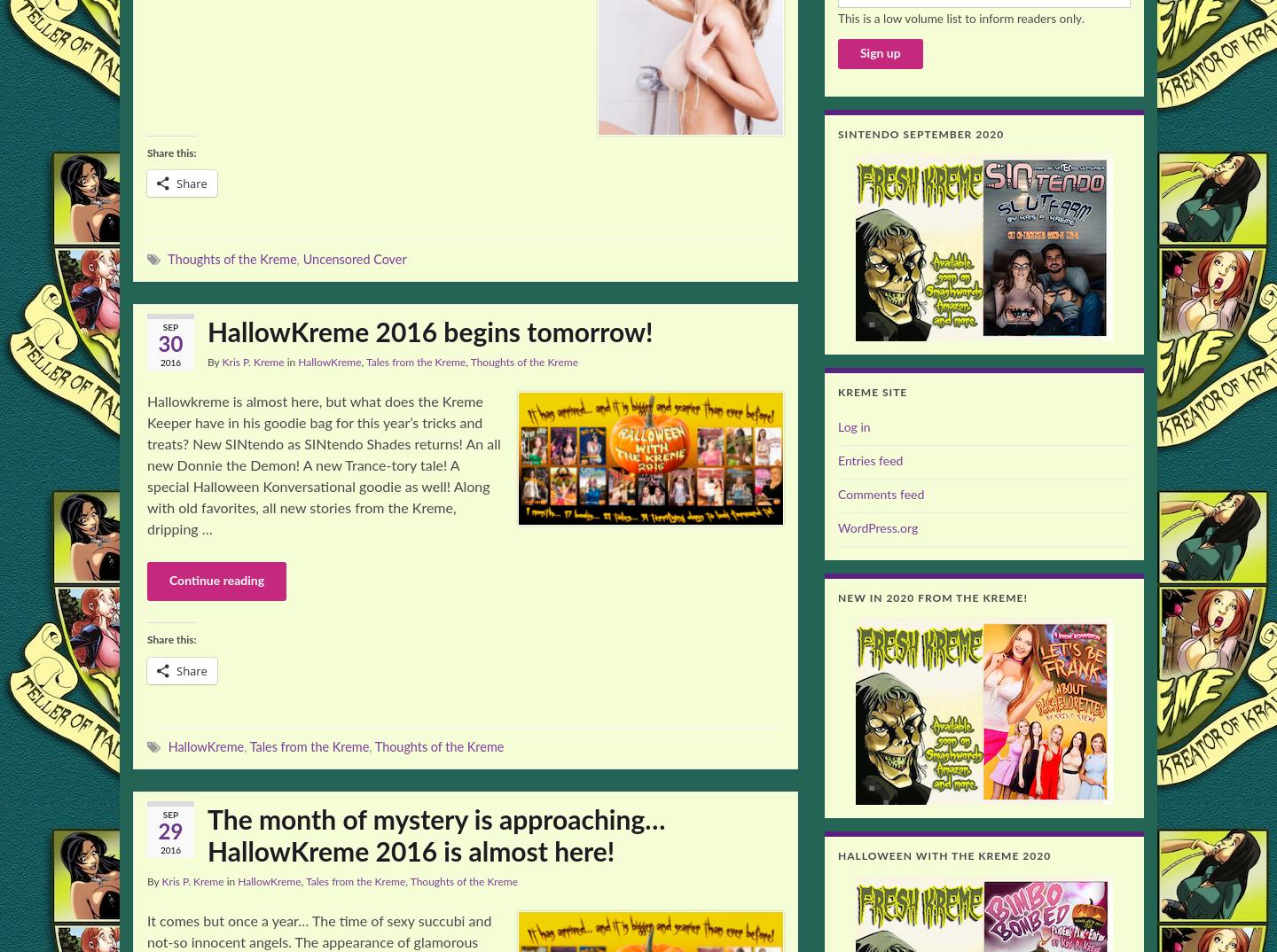  Describe the element at coordinates (215, 580) in the screenshot. I see `'Continue reading'` at that location.